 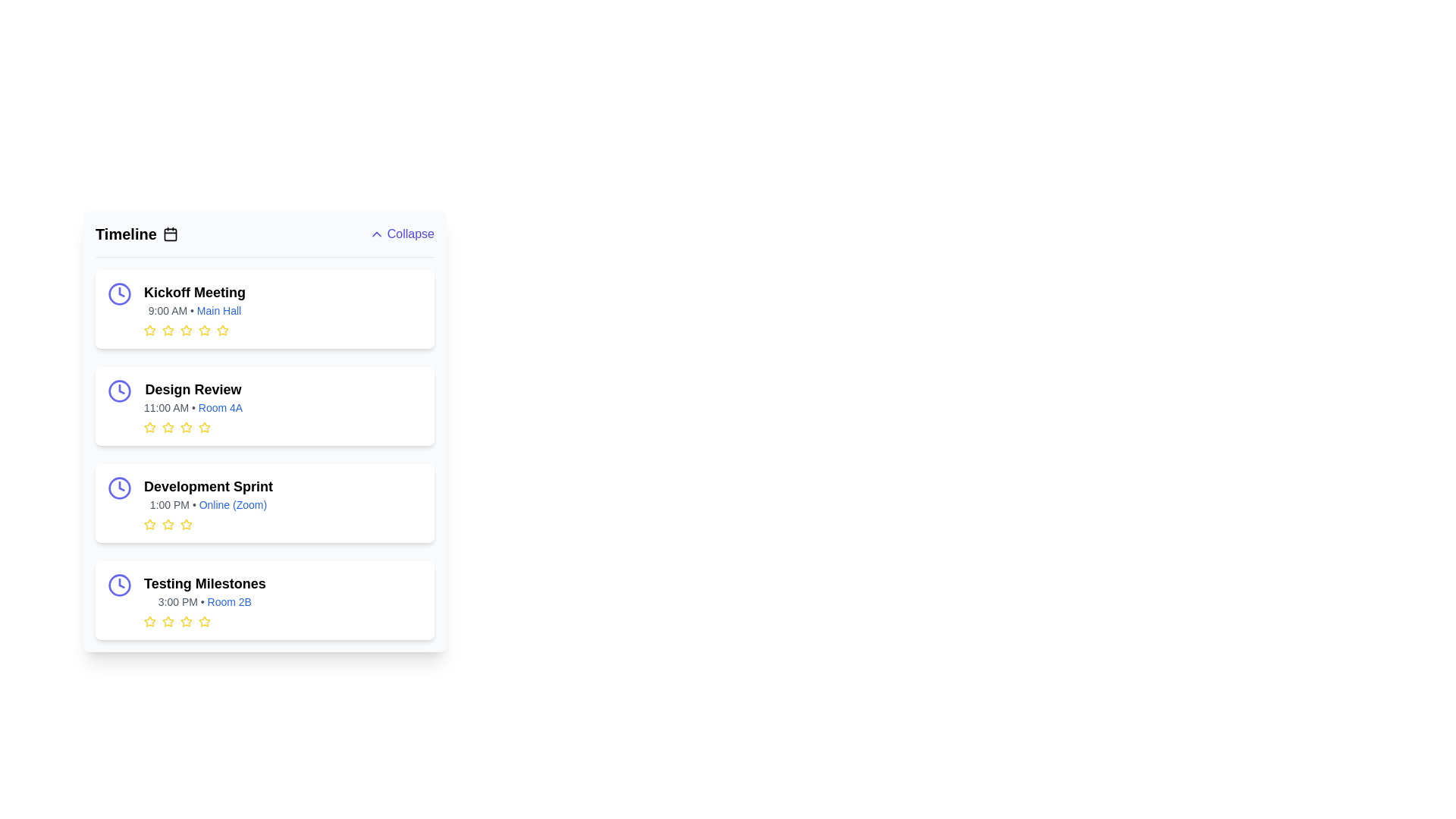 What do you see at coordinates (193, 406) in the screenshot?
I see `the 'Design Review' text block, which features a bold black header and lighter gray text, located in the Timeline section between the 'Kickoff Meeting' and 'Development Sprint' entries` at bounding box center [193, 406].